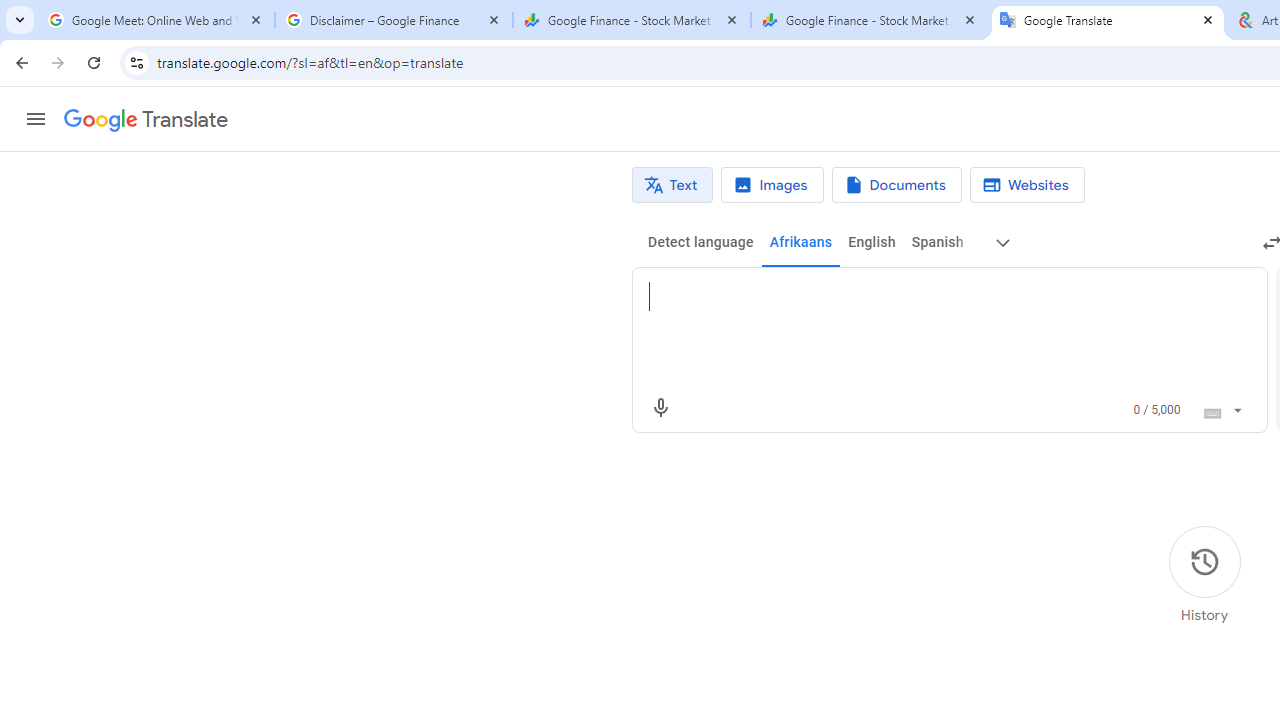  I want to click on 'Spanish', so click(935, 242).